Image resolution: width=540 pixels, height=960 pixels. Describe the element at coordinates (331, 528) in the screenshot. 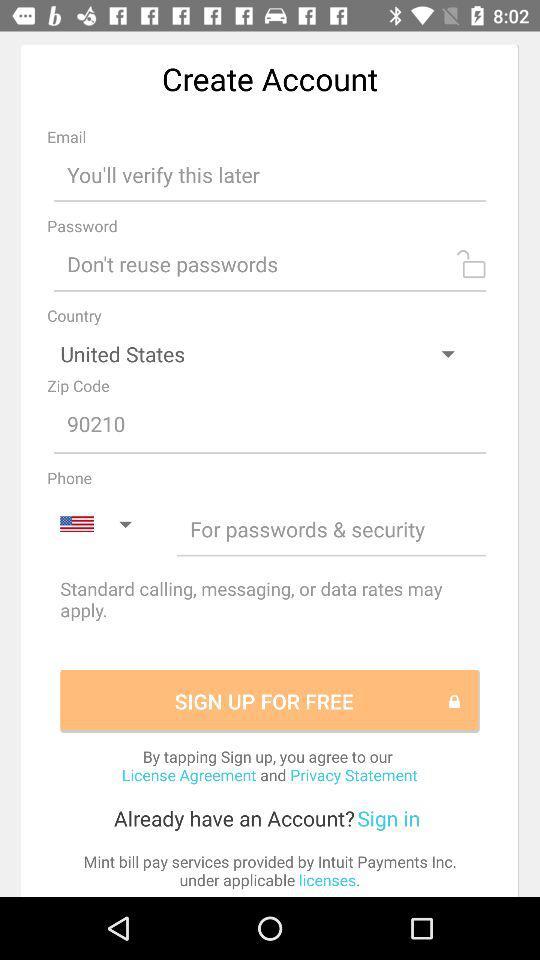

I see `phone number` at that location.